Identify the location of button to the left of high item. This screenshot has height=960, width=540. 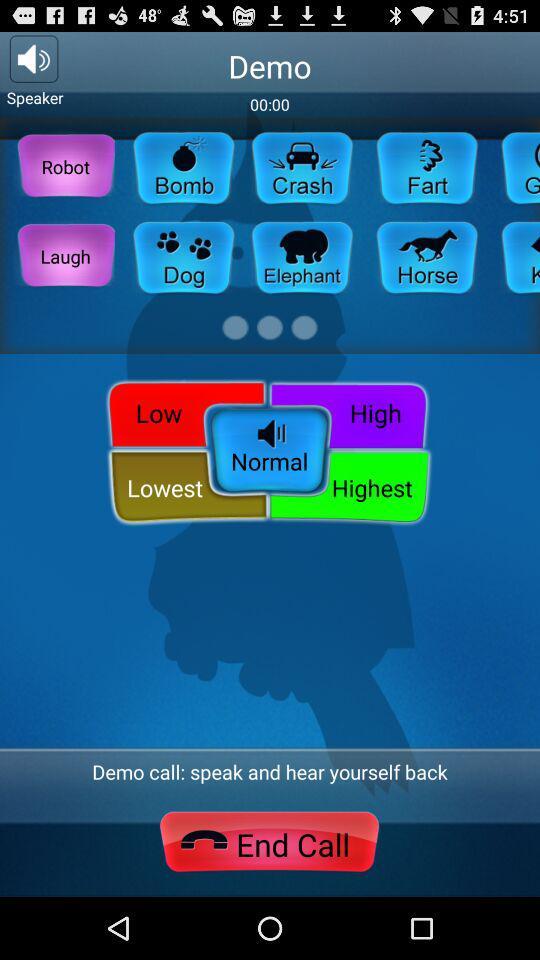
(182, 411).